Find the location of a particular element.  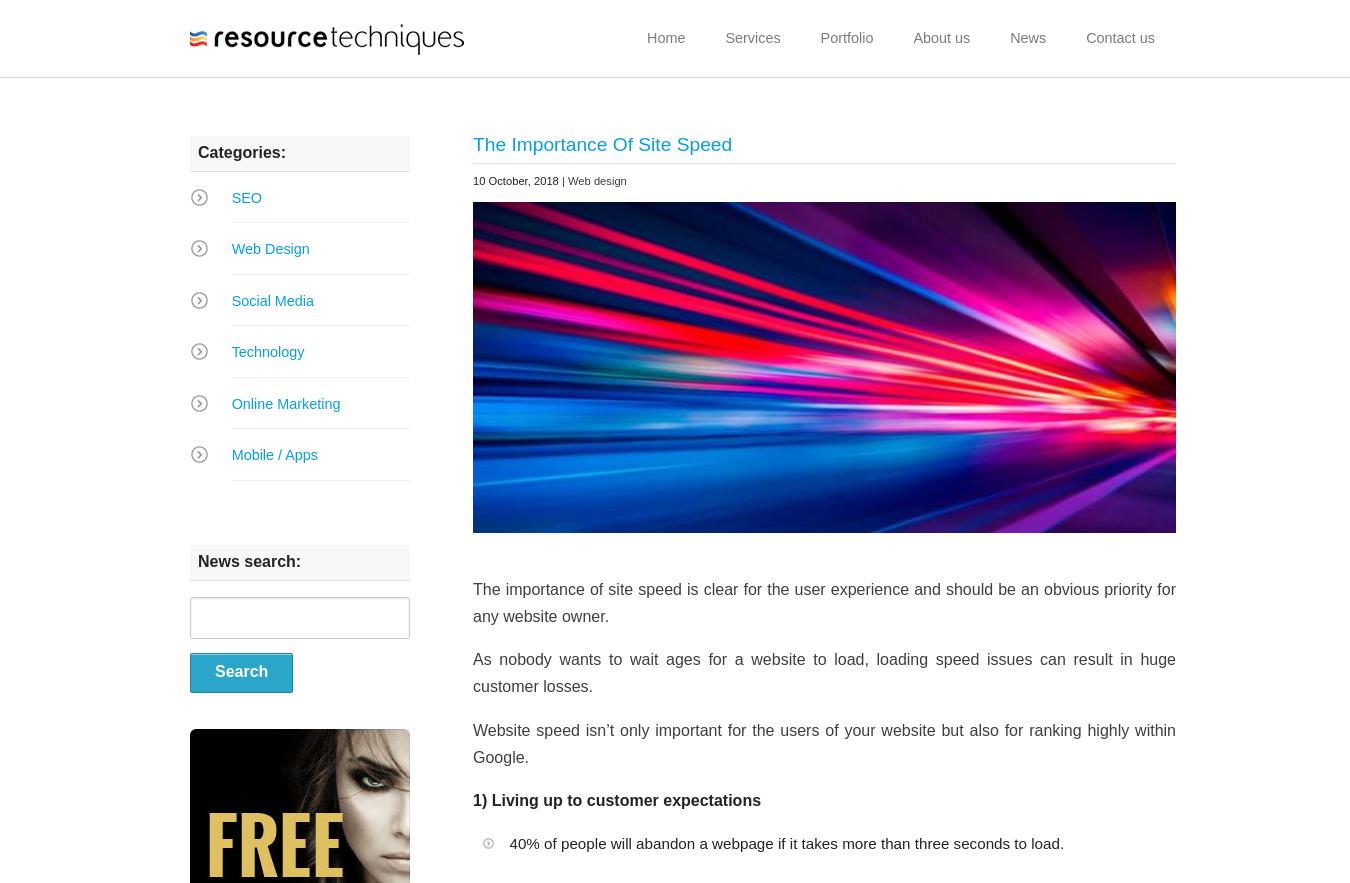

'Categories:' is located at coordinates (198, 151).